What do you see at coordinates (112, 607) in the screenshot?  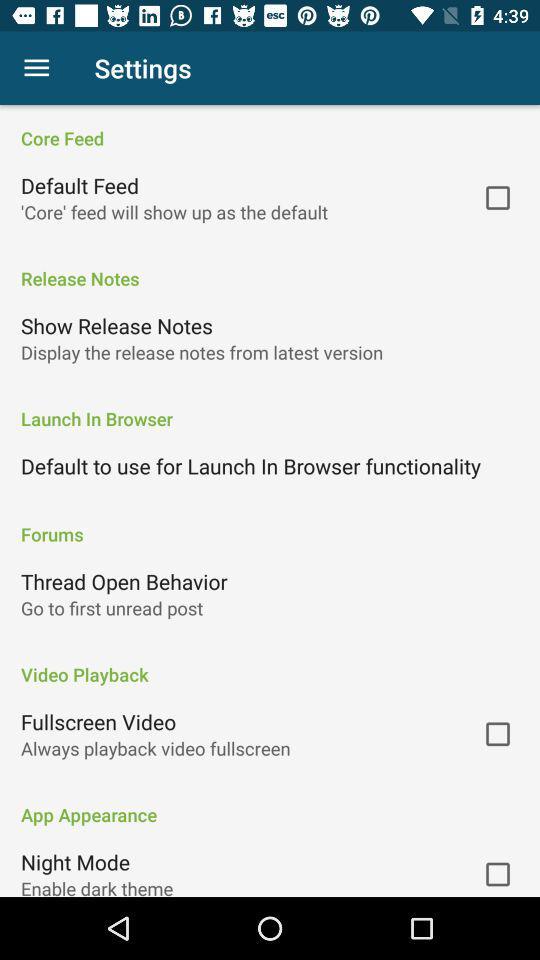 I see `the item below the thread open behavior item` at bounding box center [112, 607].